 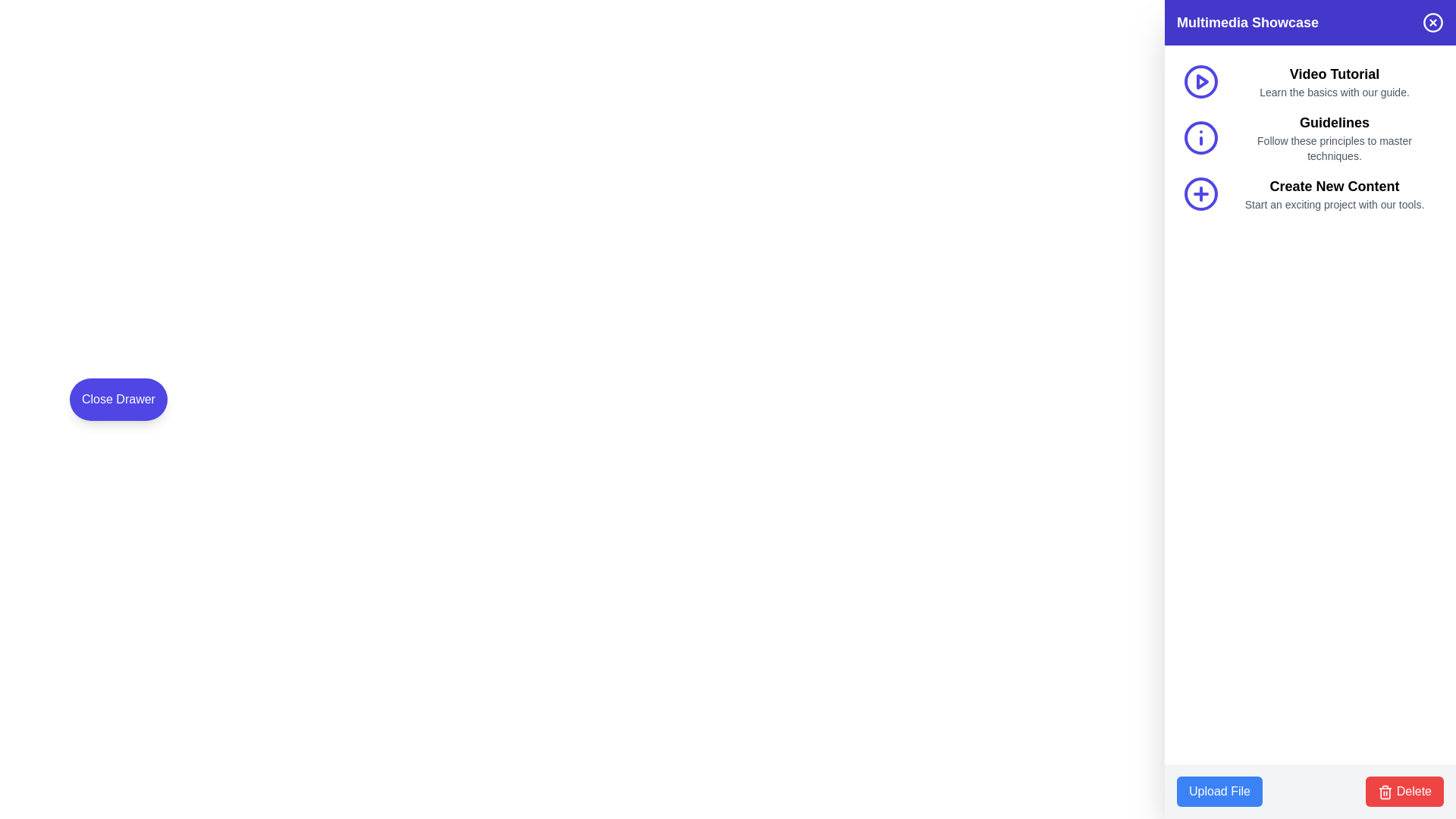 I want to click on the second icon in the vertical list within the right panel that serves as a marker for the 'Guidelines' section, so click(x=1200, y=137).